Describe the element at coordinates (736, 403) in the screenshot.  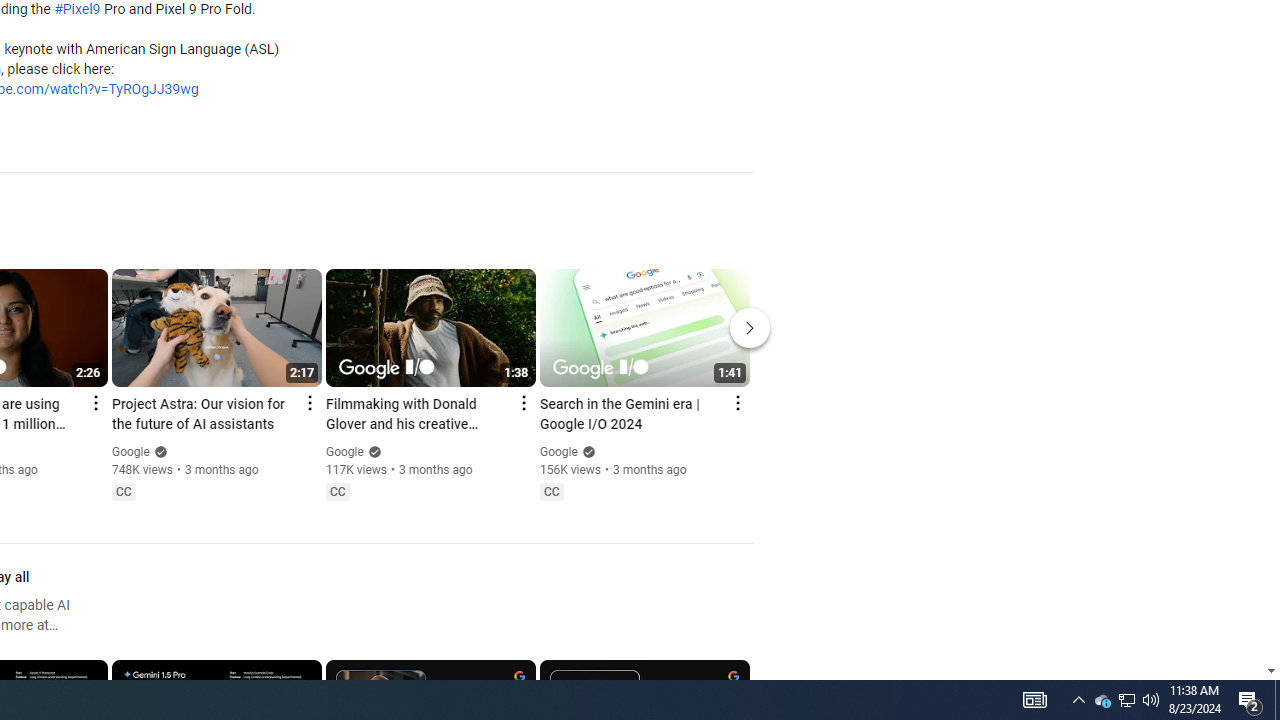
I see `'Action menu'` at that location.